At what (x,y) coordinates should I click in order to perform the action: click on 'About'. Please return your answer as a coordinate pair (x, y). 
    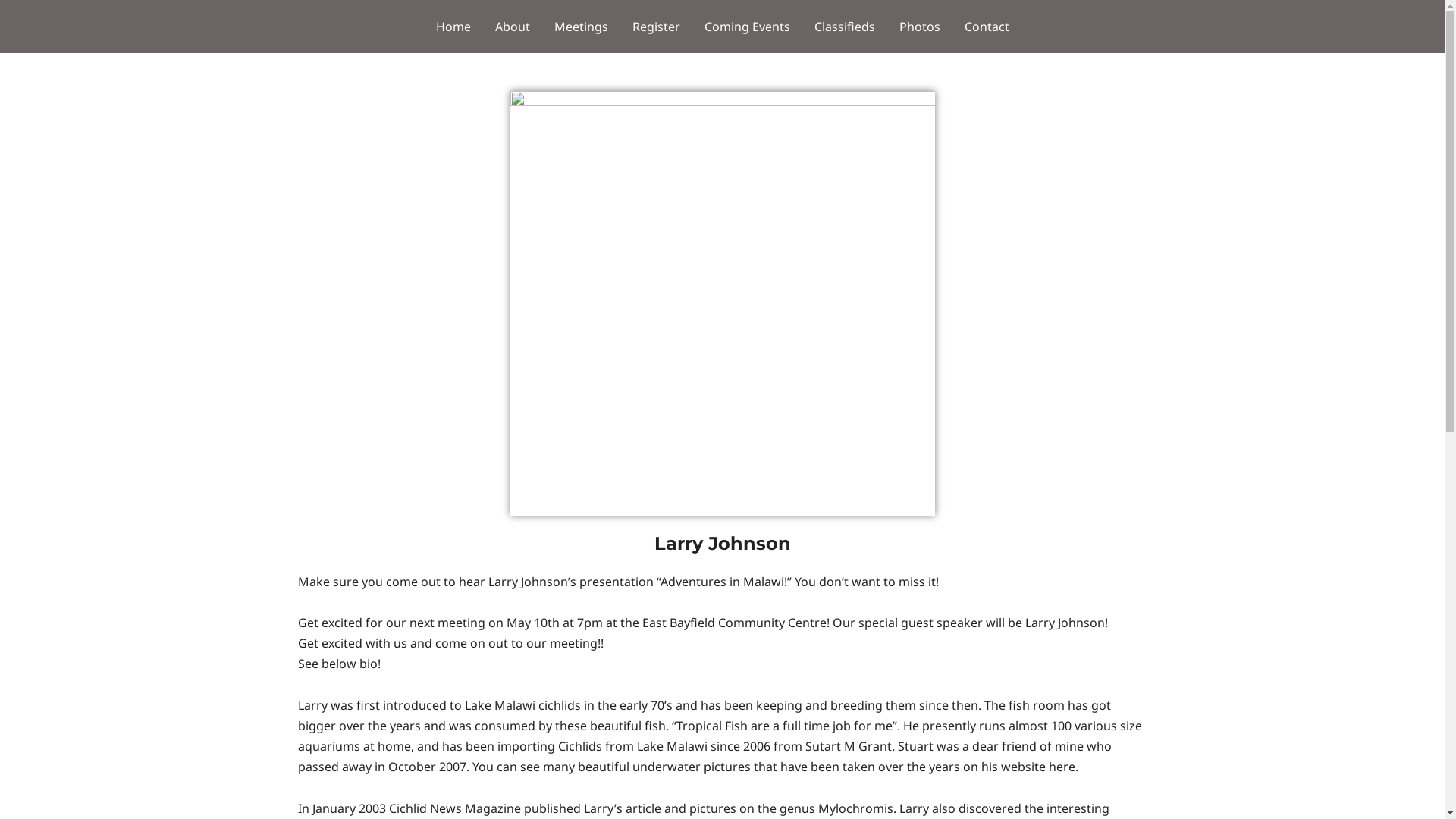
    Looking at the image, I should click on (512, 26).